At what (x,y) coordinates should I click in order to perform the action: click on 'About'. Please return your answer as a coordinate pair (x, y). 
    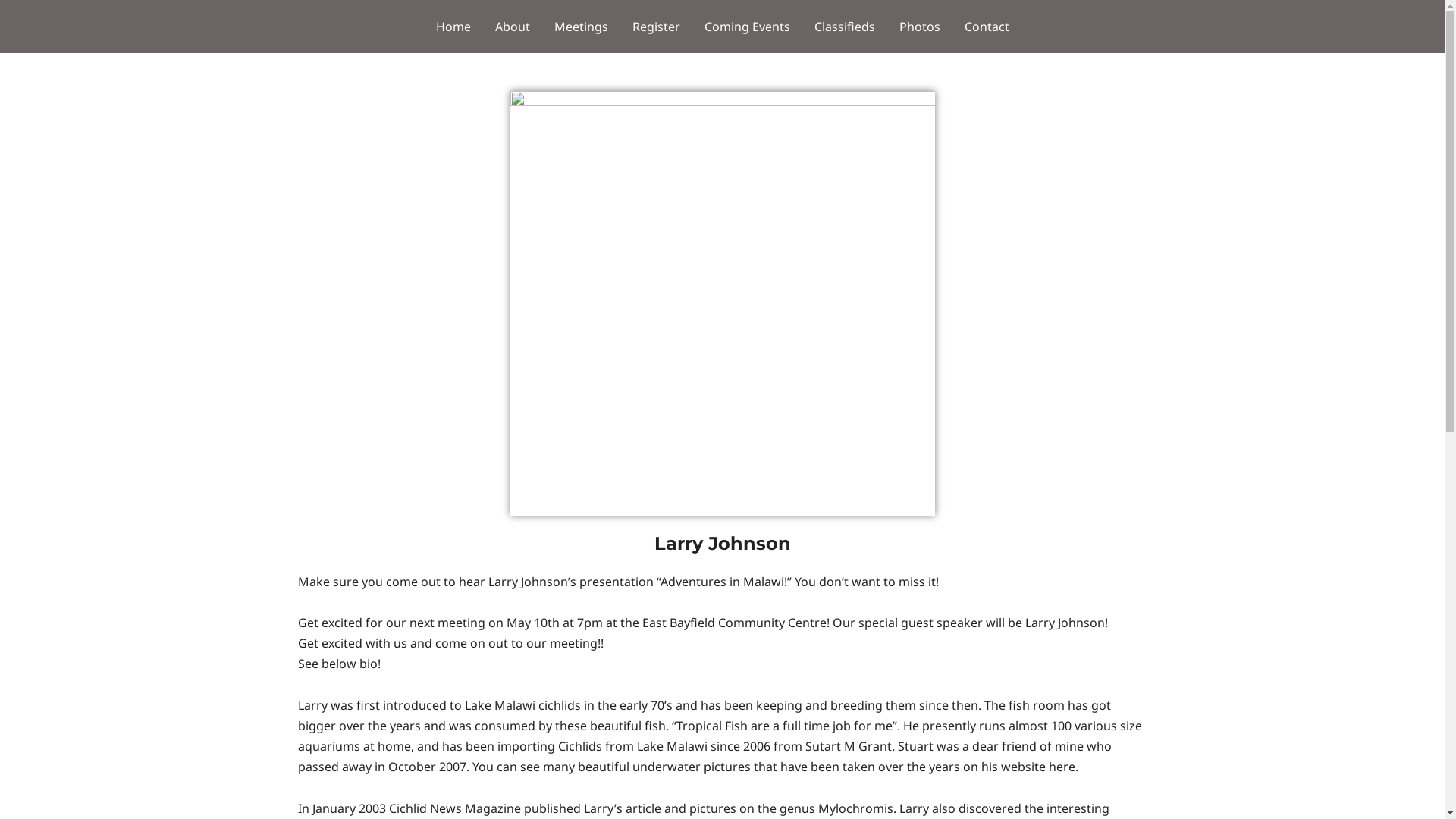
    Looking at the image, I should click on (512, 26).